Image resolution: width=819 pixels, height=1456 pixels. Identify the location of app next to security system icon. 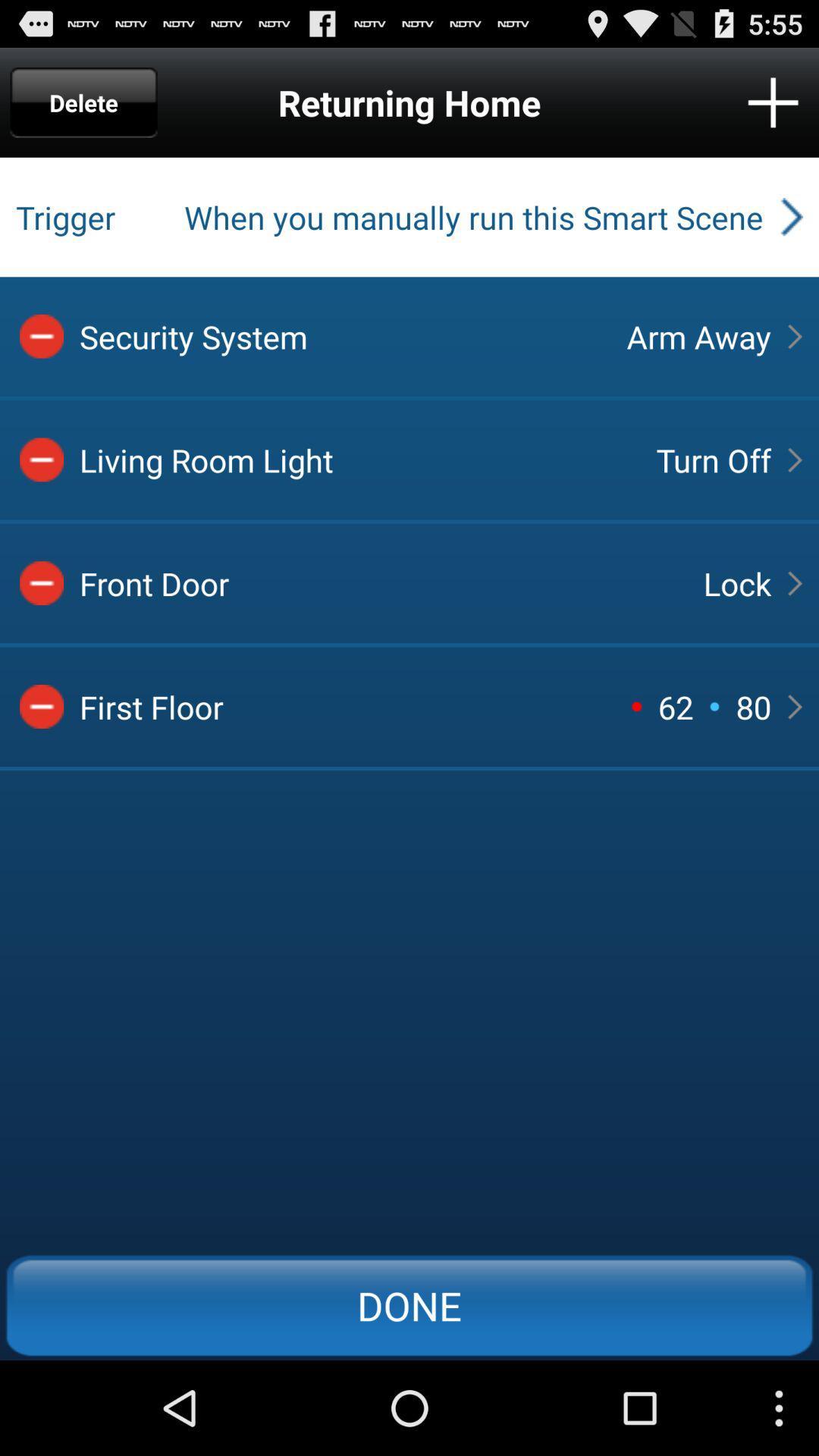
(698, 335).